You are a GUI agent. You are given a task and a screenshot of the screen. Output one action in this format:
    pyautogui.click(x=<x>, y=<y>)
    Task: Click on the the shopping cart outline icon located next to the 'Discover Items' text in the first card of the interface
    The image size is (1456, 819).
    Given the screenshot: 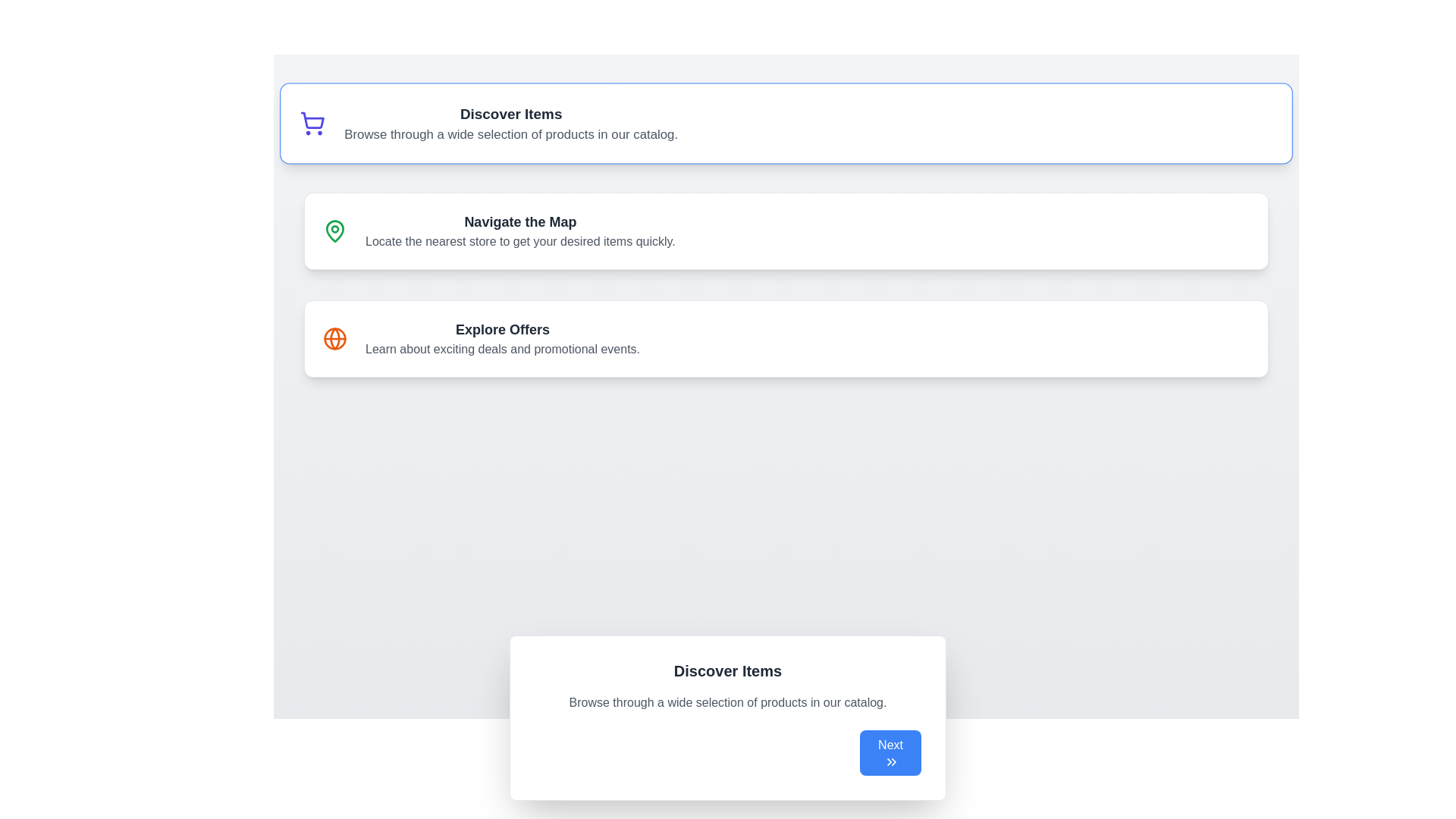 What is the action you would take?
    pyautogui.click(x=312, y=119)
    